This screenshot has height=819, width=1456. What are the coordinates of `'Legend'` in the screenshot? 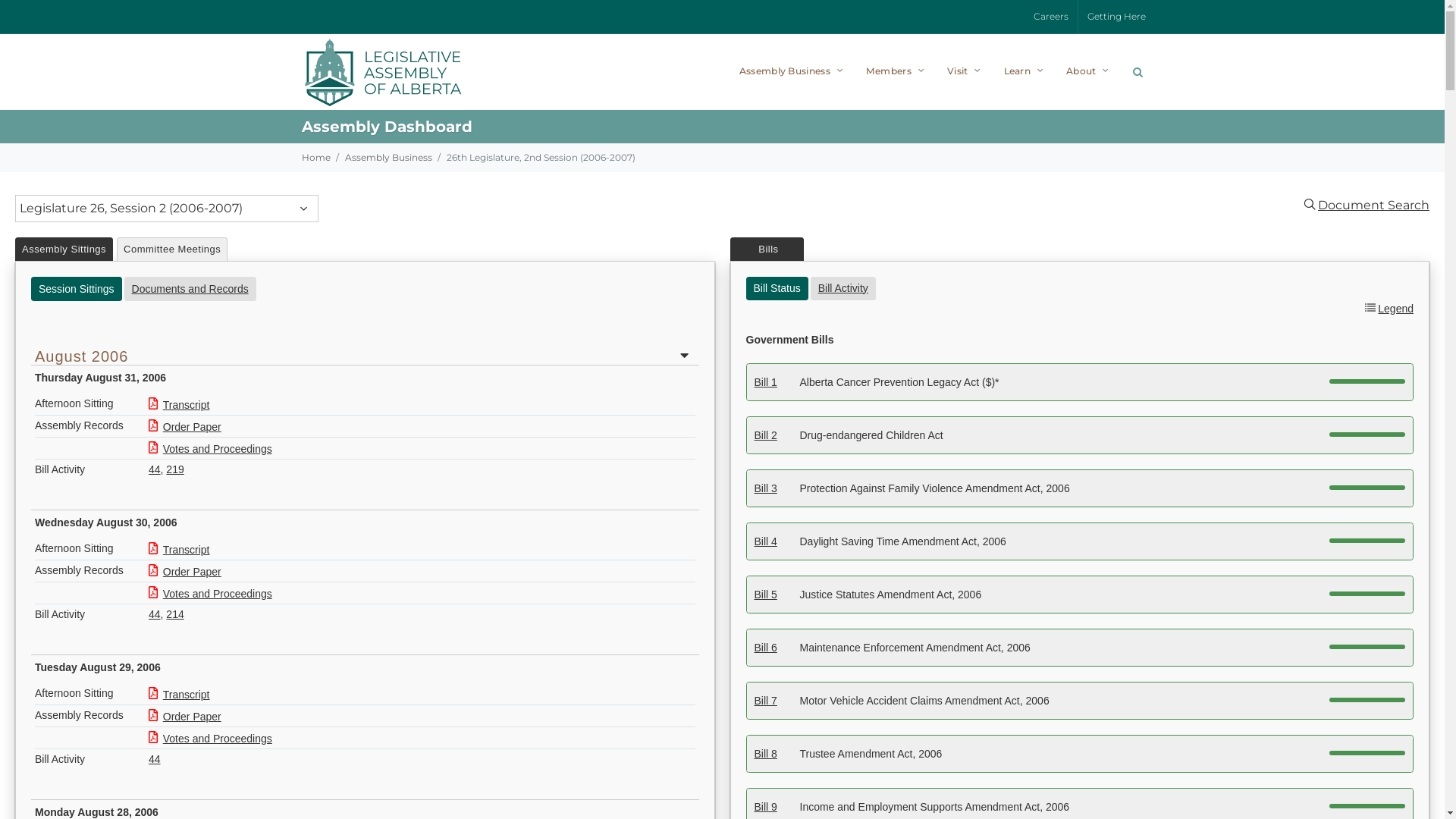 It's located at (1395, 307).